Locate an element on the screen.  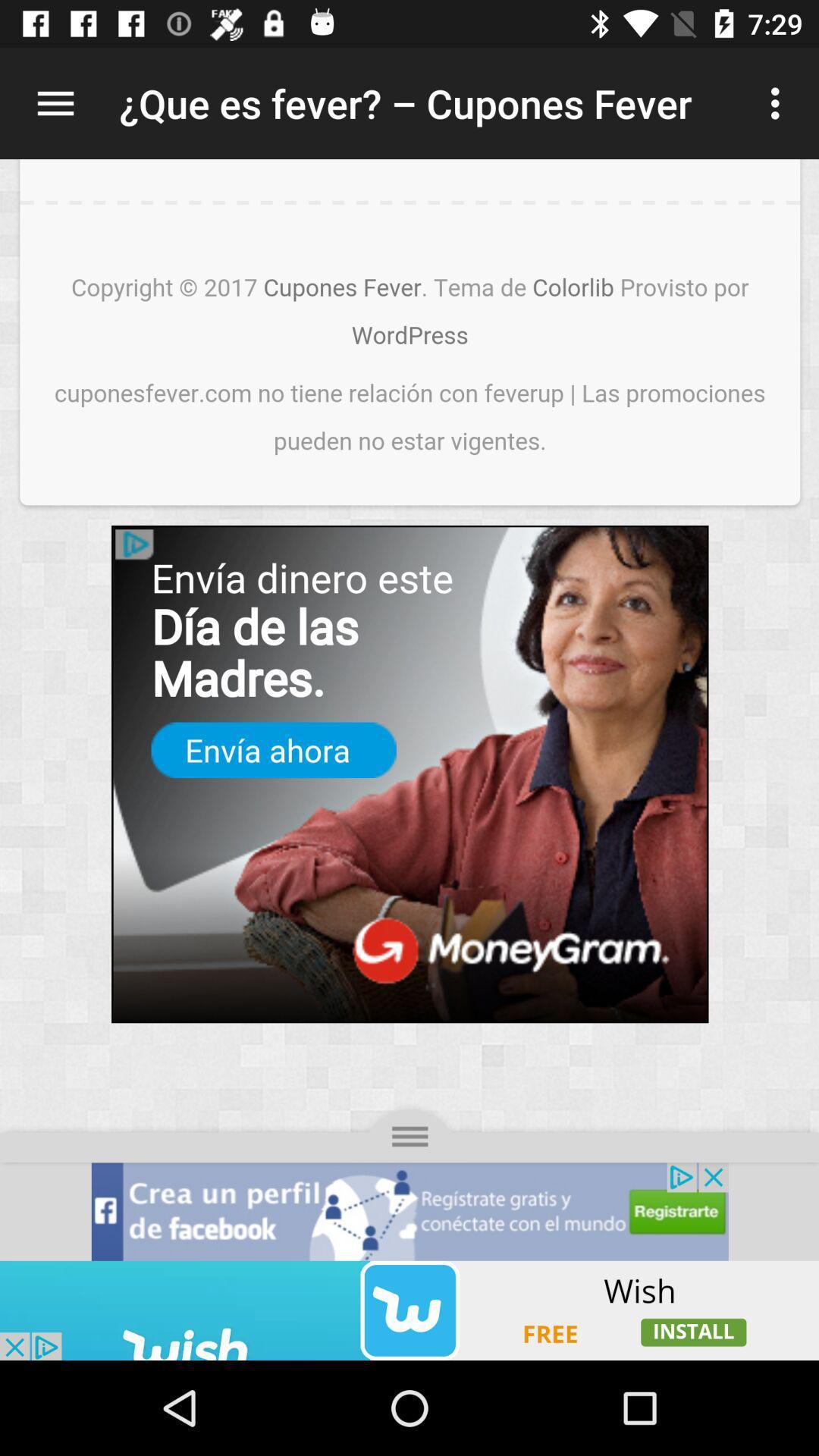
open advertisement is located at coordinates (409, 1310).